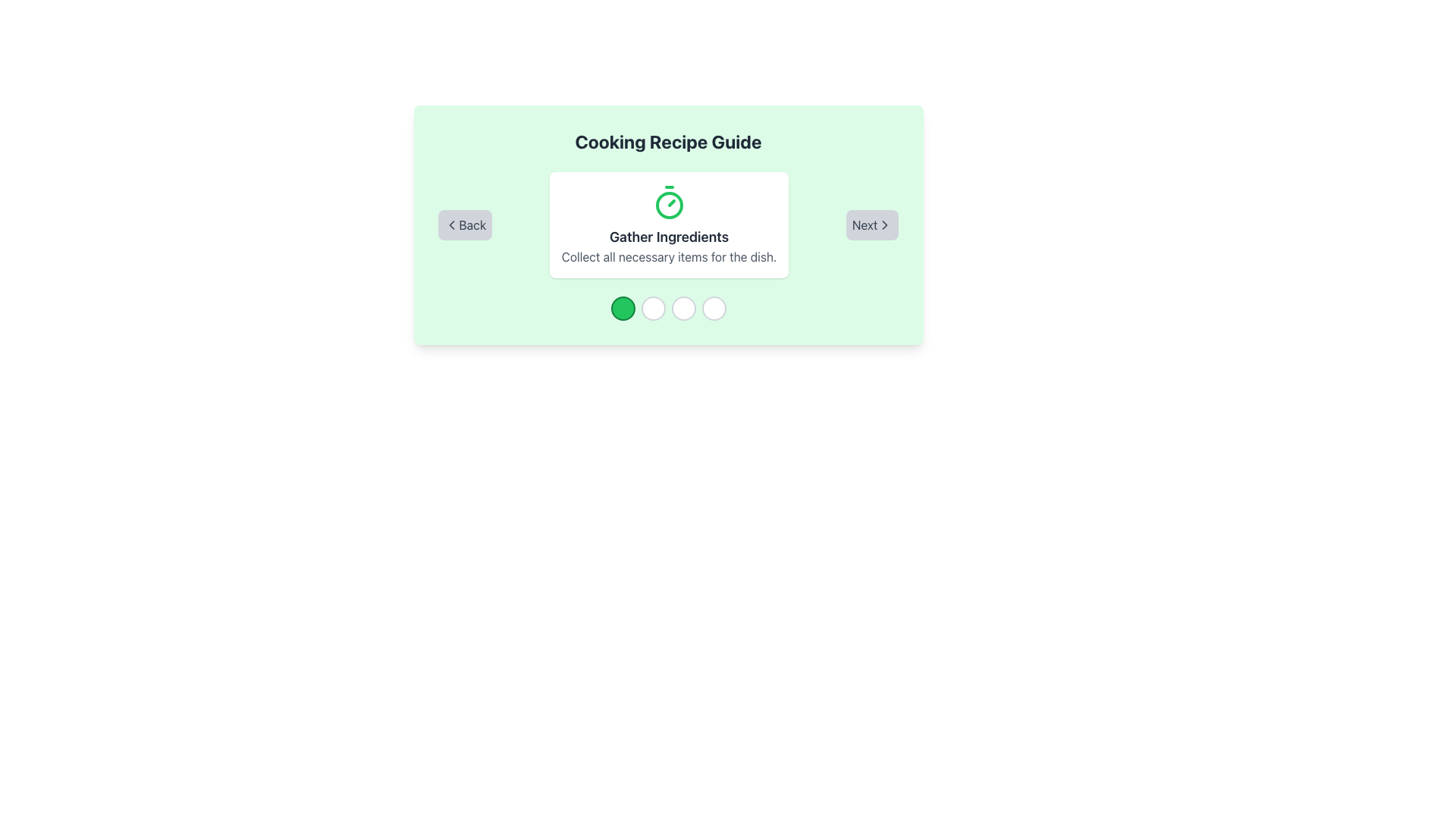 The width and height of the screenshot is (1456, 819). I want to click on bold text element saying 'Gather Ingredients' that is centrally aligned below the green timer icon and above the description text, so click(668, 237).